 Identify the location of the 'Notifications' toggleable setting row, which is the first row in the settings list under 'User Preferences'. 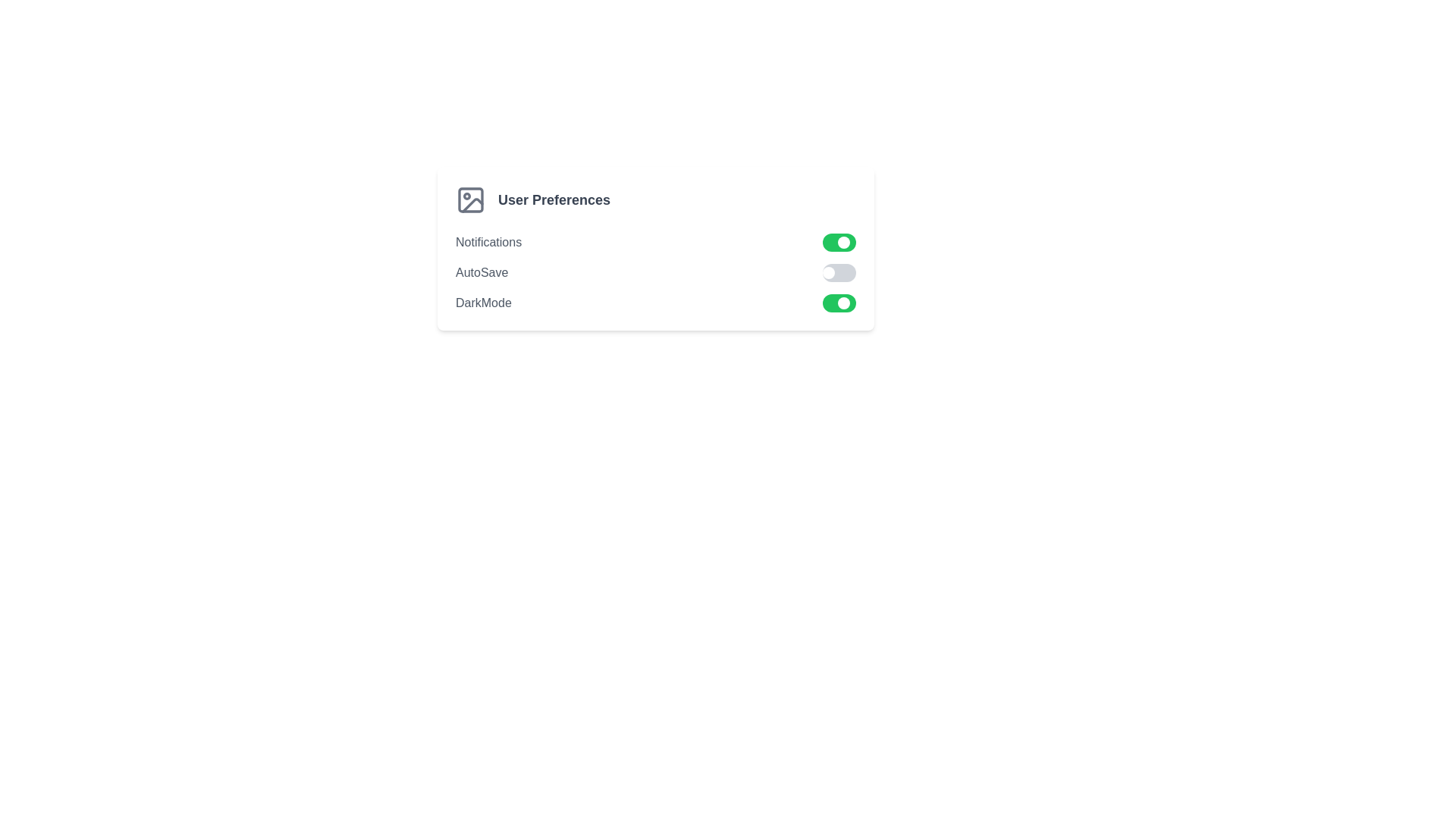
(655, 242).